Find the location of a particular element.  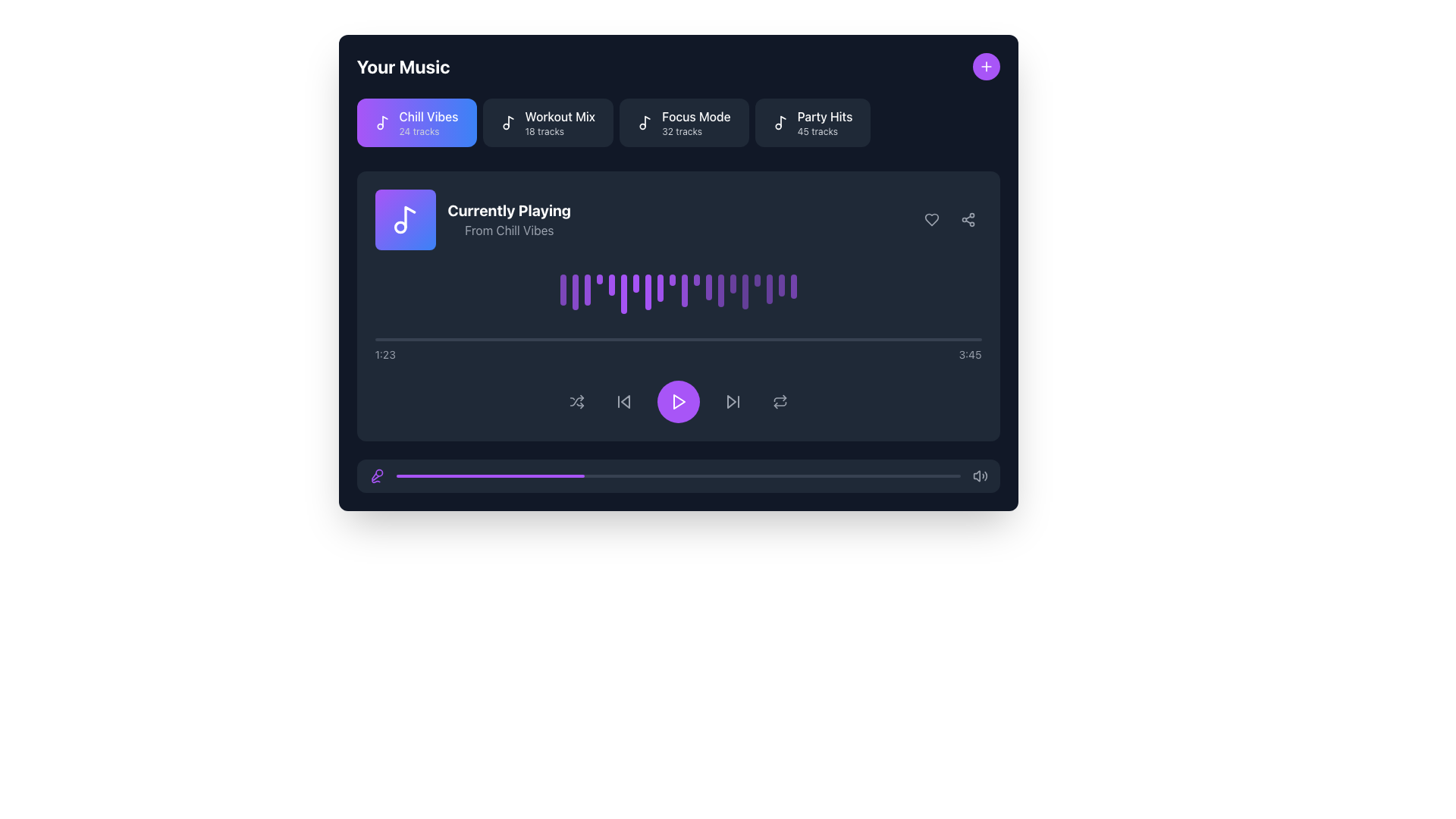

the musical note icon with a white stroke color, located inside a gradient-filled rounded rectangle to the left of the 'Currently Playing' text is located at coordinates (405, 219).